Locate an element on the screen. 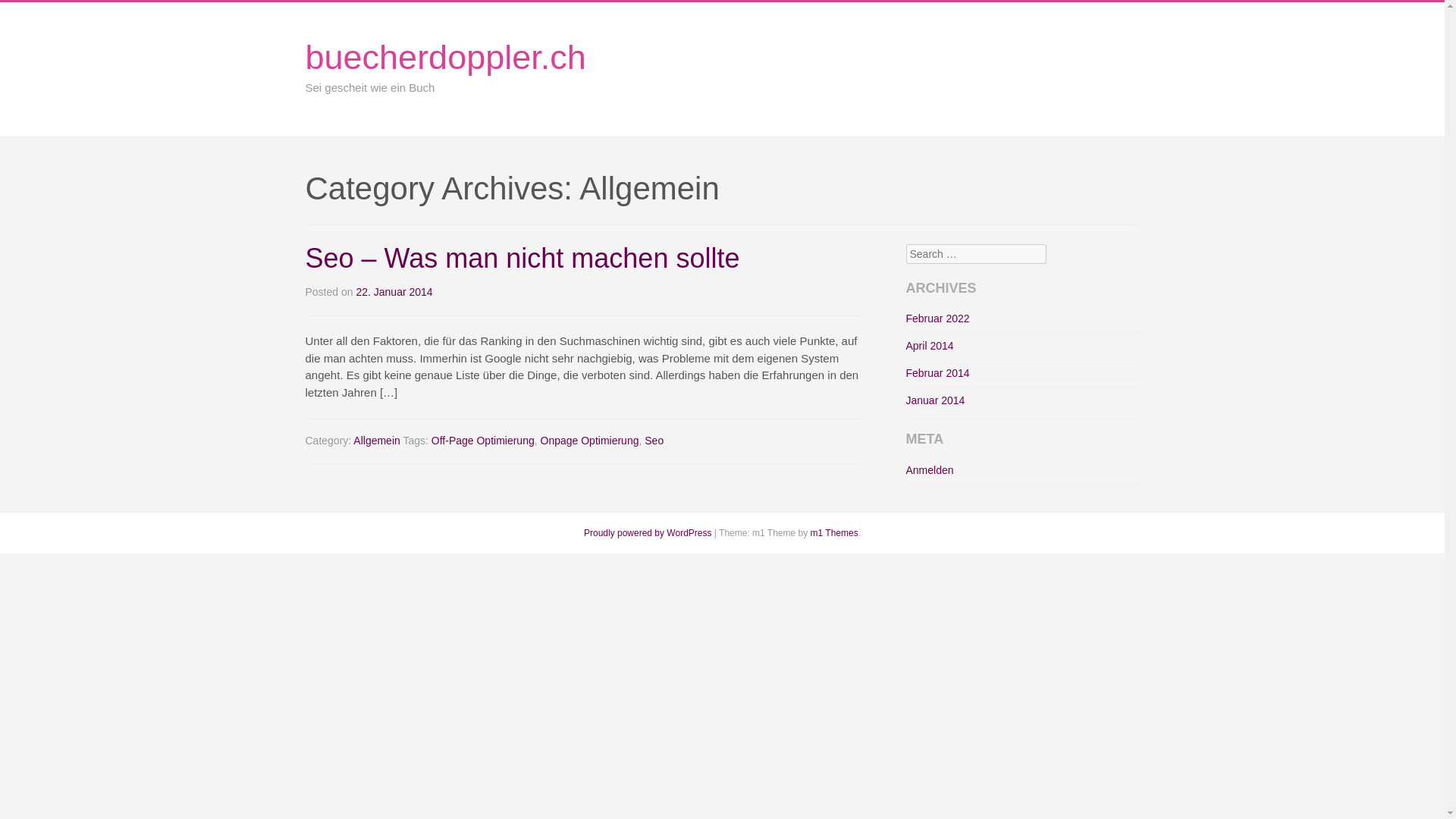 Image resolution: width=1456 pixels, height=819 pixels. 'Januar 2014' is located at coordinates (934, 400).